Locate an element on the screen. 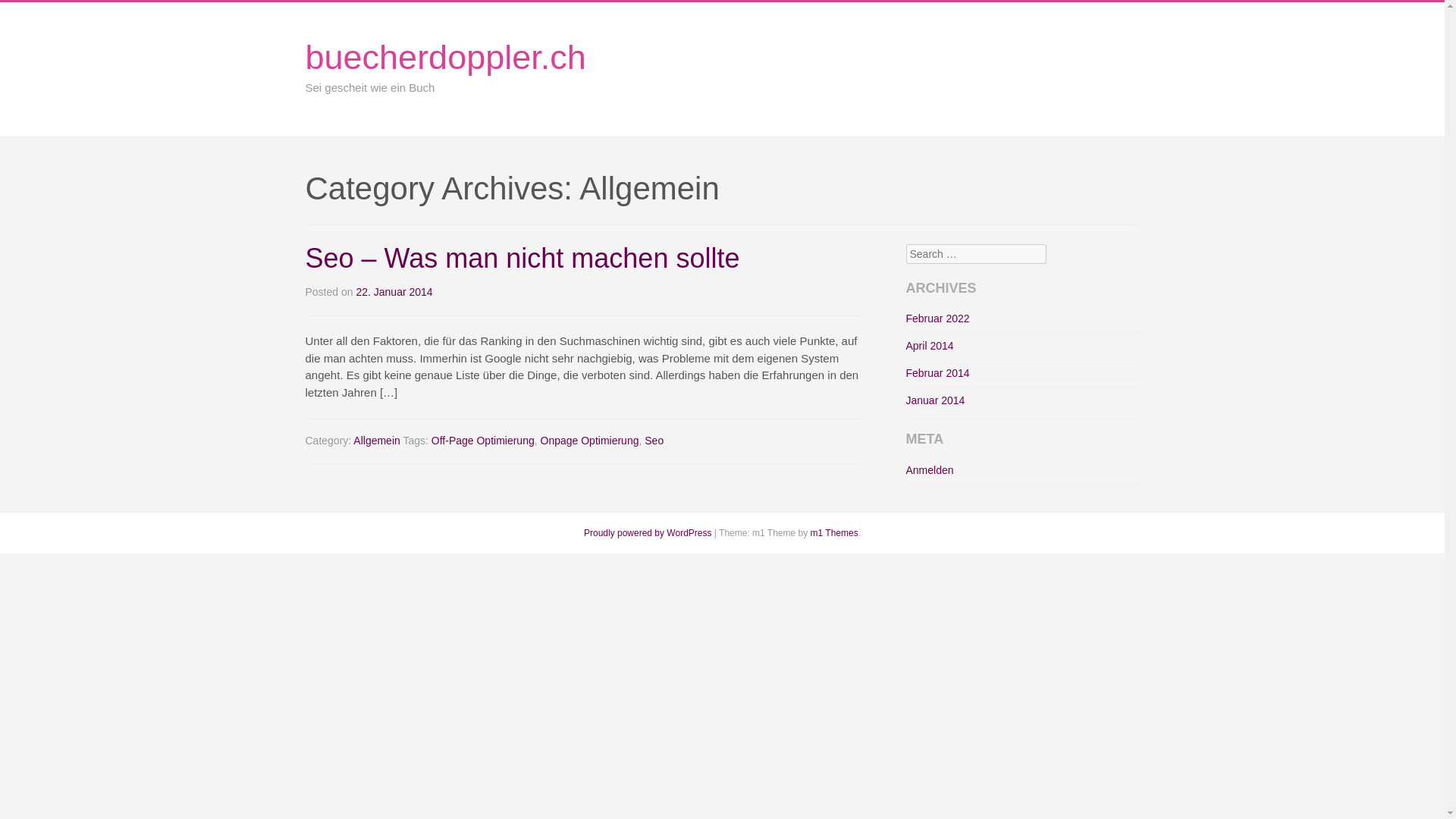 Image resolution: width=1456 pixels, height=819 pixels. 'Januar 2014' is located at coordinates (934, 400).